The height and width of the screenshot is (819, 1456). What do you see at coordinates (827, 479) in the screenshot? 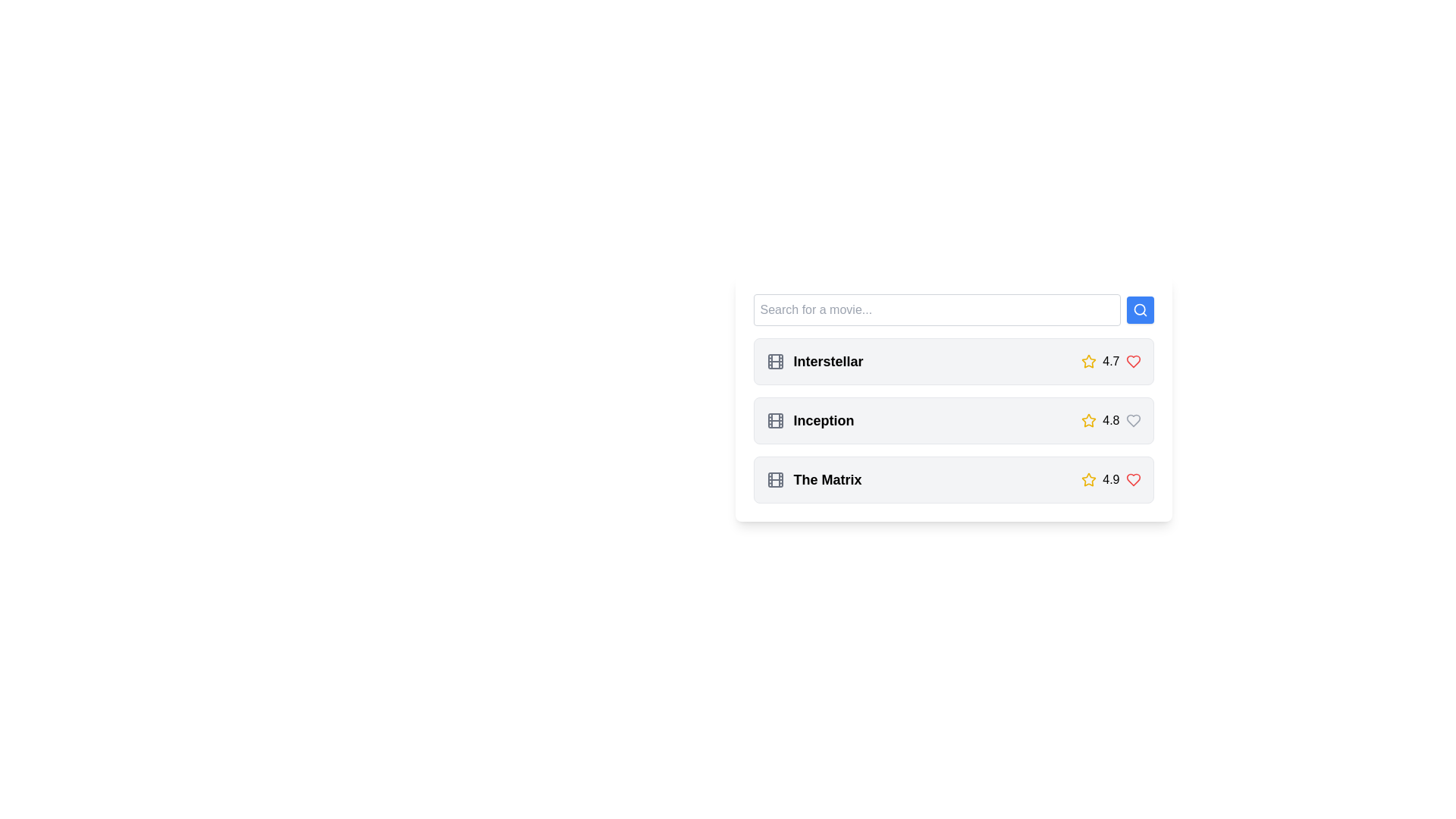
I see `the stylized label text reading 'The Matrix', which is centrally aligned in the third row of movie entries under the search bar` at bounding box center [827, 479].